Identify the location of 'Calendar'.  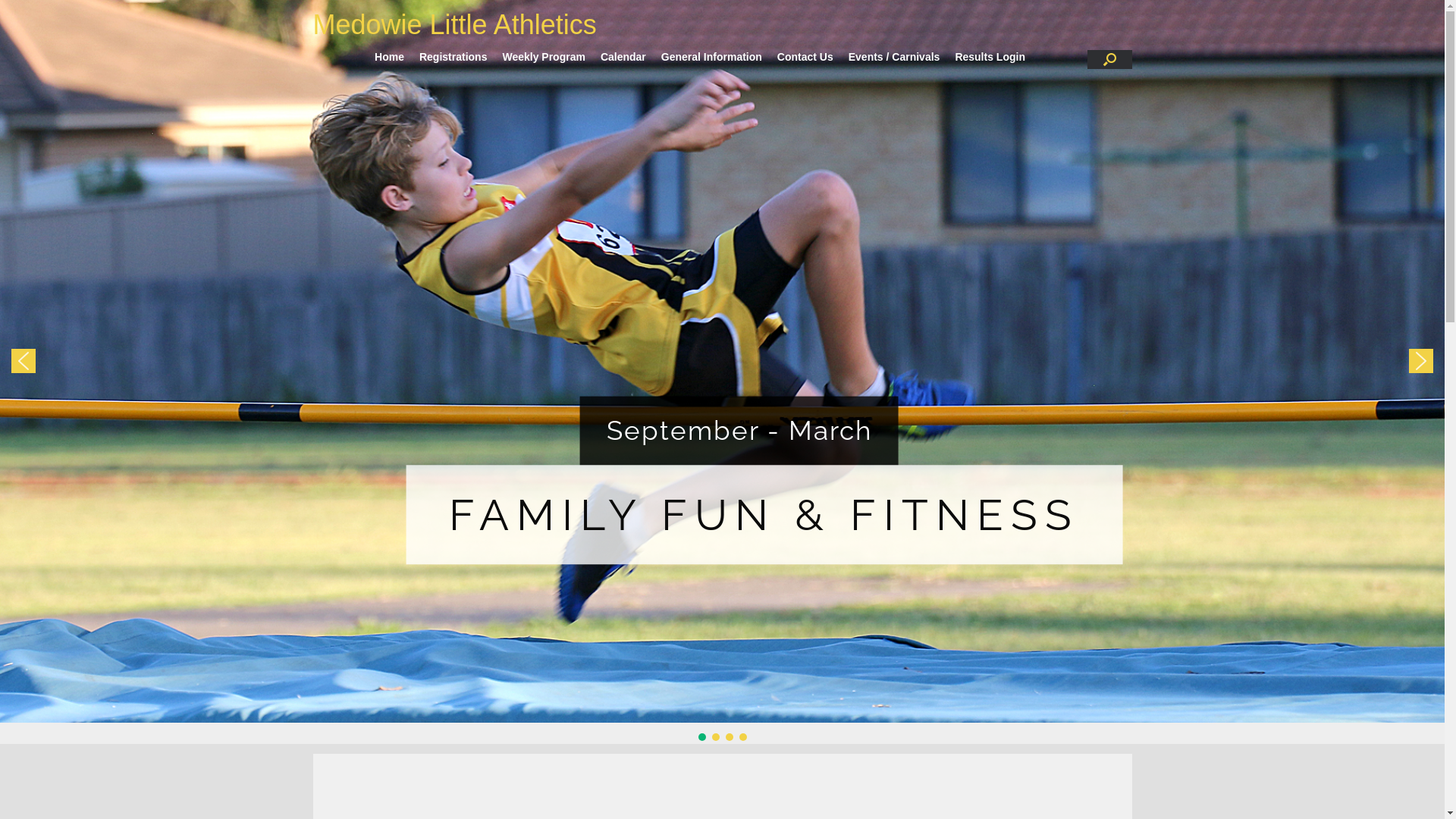
(623, 55).